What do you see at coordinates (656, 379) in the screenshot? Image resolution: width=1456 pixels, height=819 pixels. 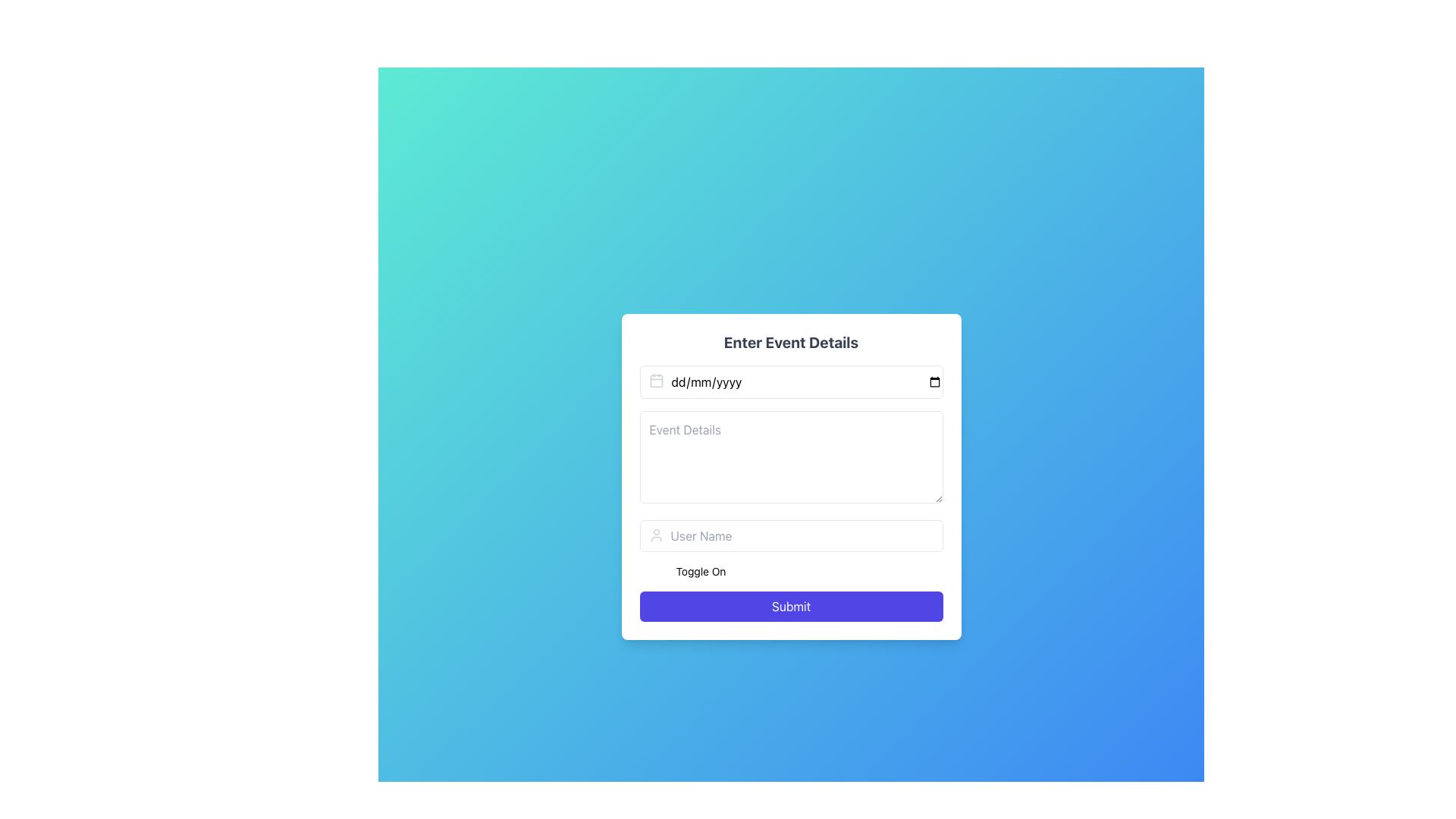 I see `the calendar icon, which is a light gray, rounded rectangular icon located to the left of the date input field labeled 'dd/mm/yyyy' in the event details form` at bounding box center [656, 379].